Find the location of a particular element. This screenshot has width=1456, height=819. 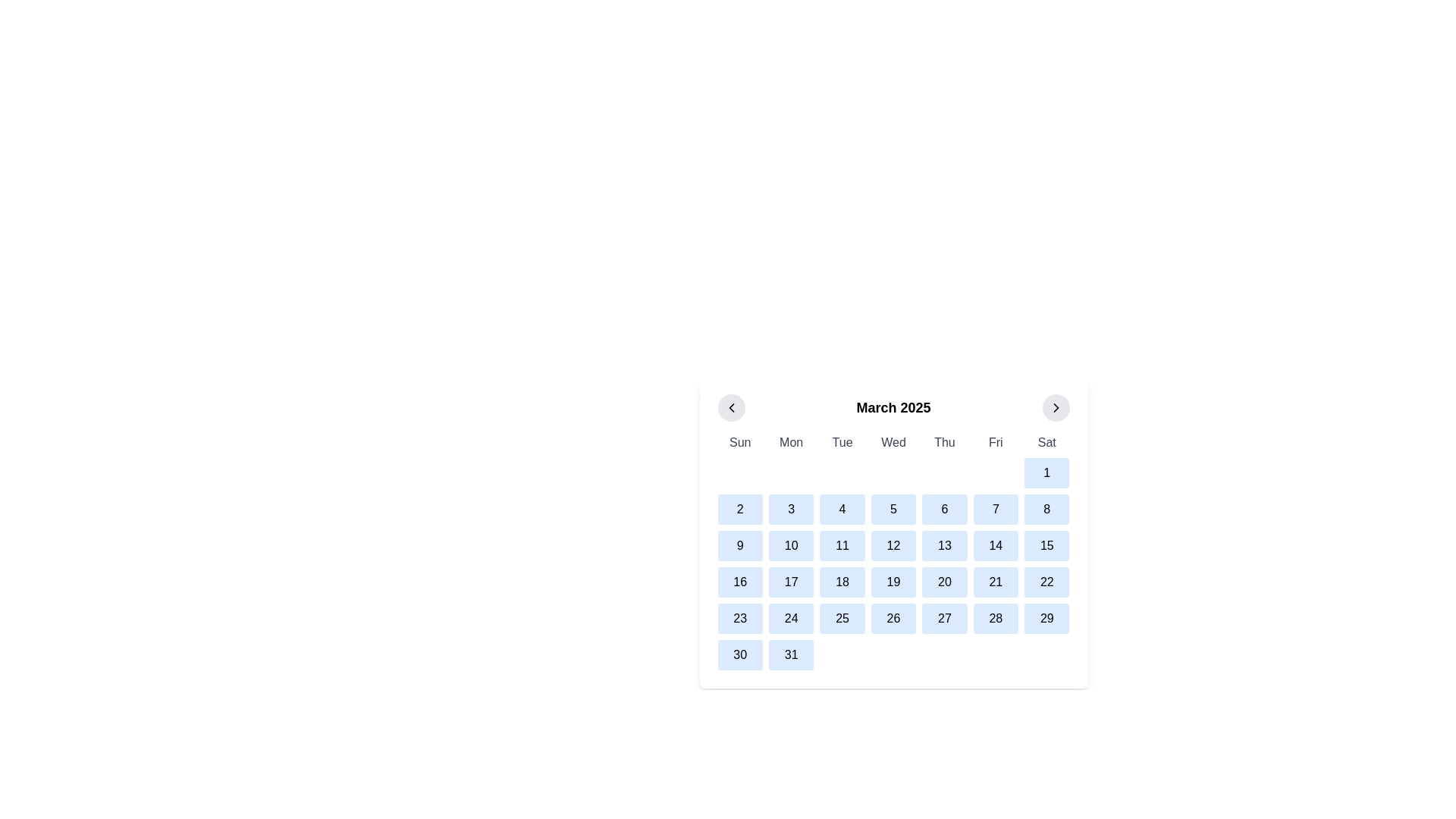

the grid cell located in the third column of the second row in the calendar interface, positioned below 'Tue' and above the cell containing '4' is located at coordinates (842, 472).